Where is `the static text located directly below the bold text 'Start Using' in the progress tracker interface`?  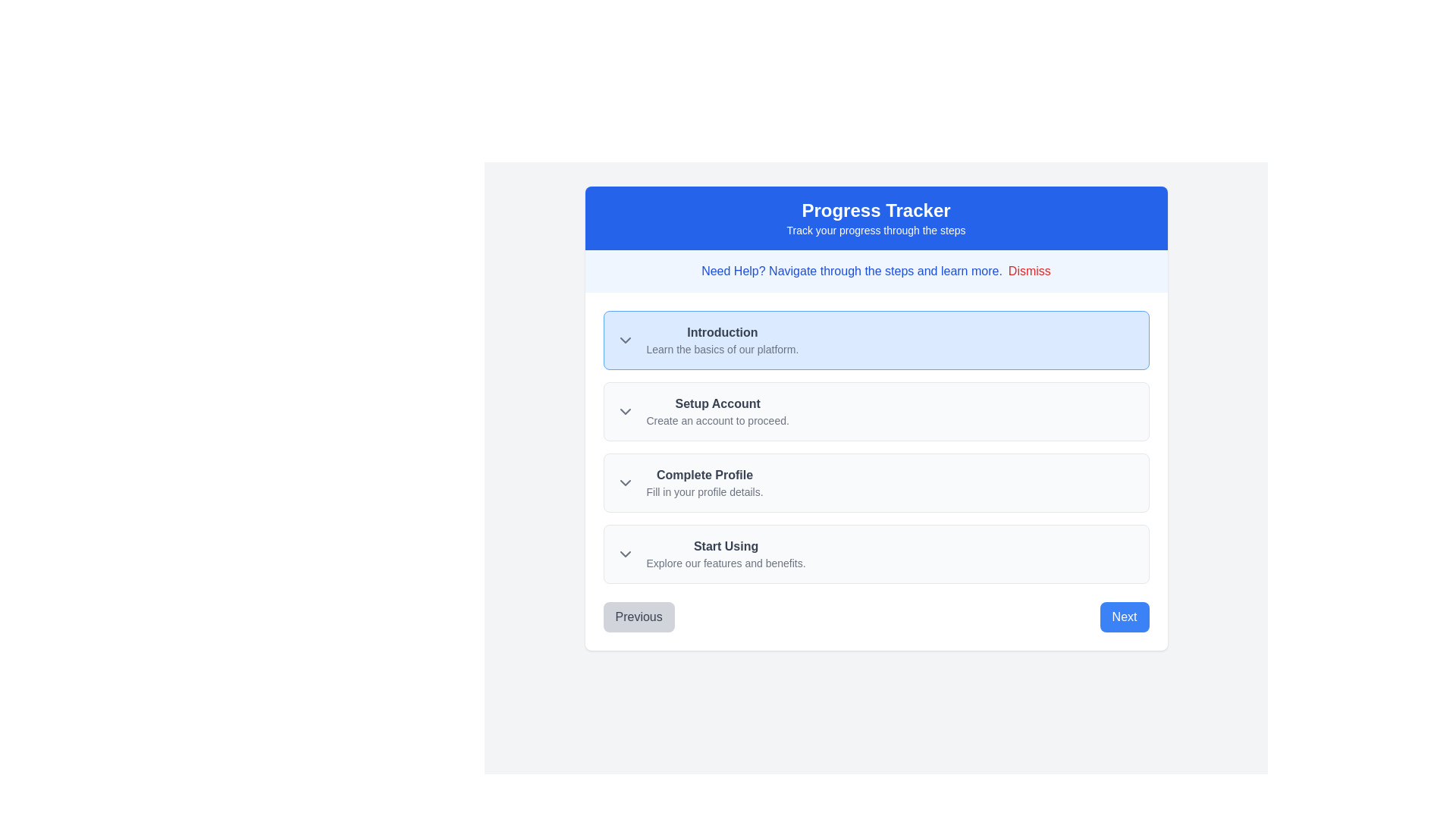 the static text located directly below the bold text 'Start Using' in the progress tracker interface is located at coordinates (725, 563).